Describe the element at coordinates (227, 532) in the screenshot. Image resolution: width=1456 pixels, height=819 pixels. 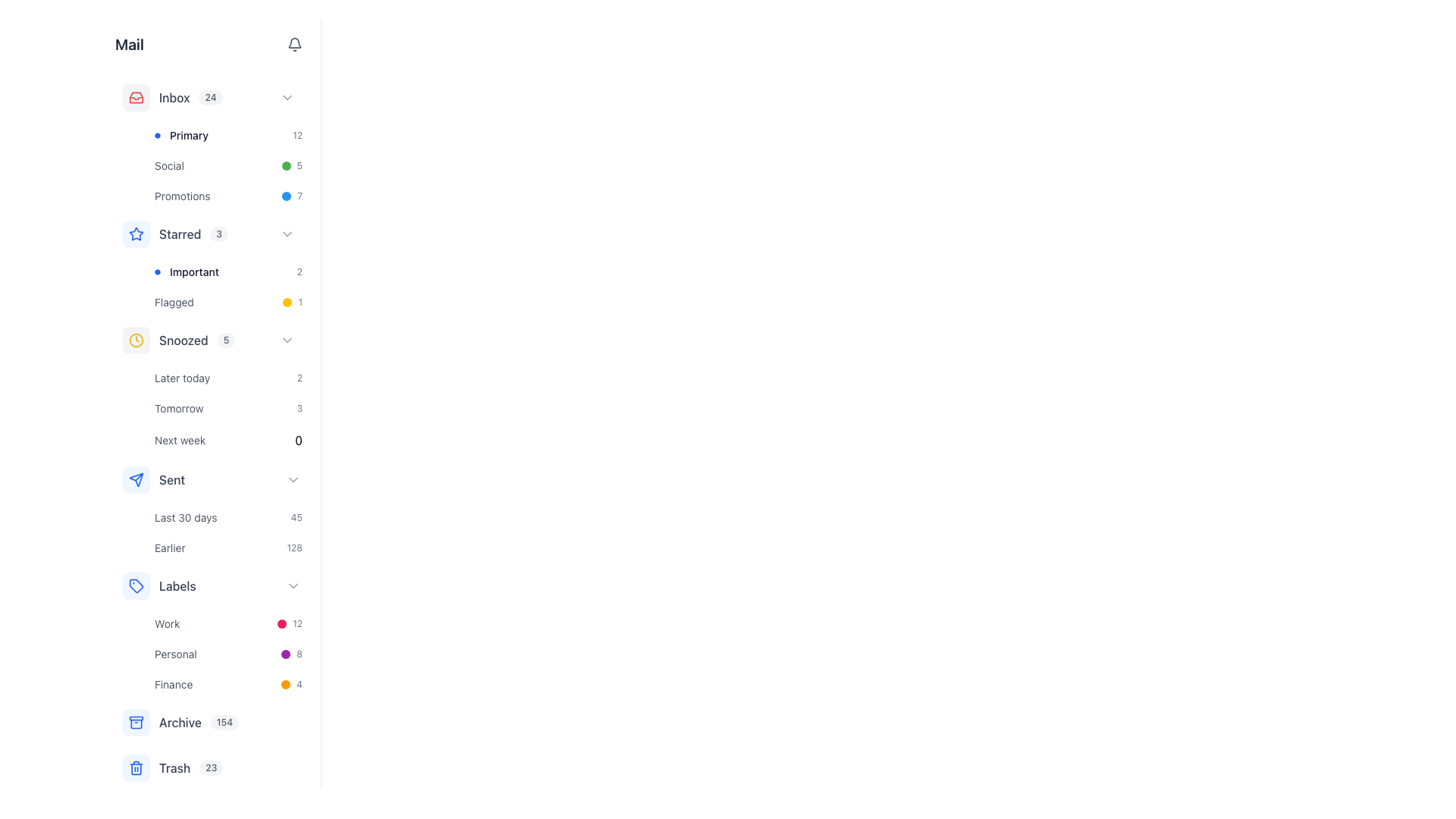
I see `the 'Last 30 days' status indicator in the sidebar menu under the 'Sent' section` at that location.